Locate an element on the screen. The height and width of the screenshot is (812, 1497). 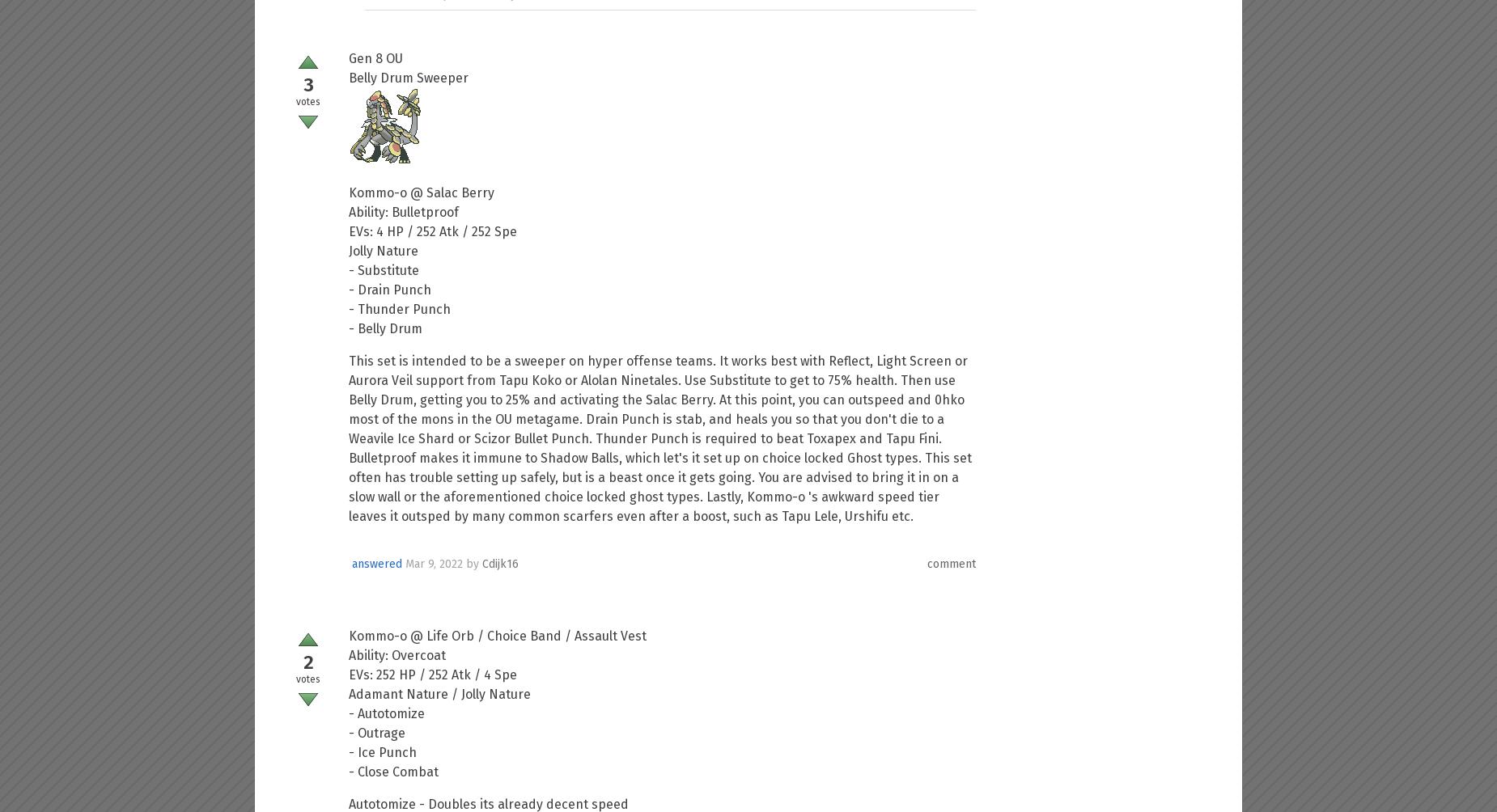
'by' is located at coordinates (474, 562).